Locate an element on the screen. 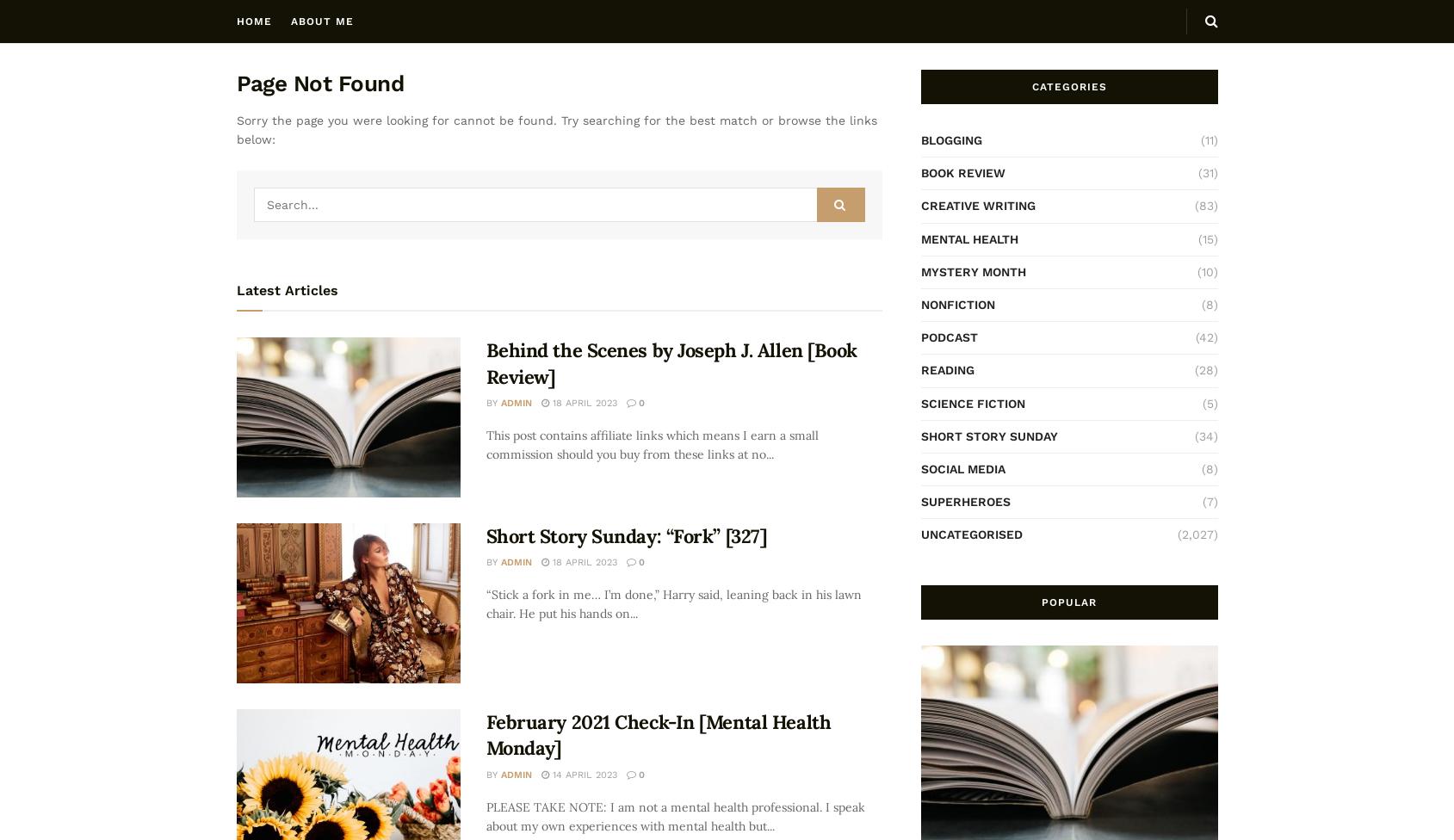 This screenshot has width=1454, height=840. 'Page Not Found' is located at coordinates (234, 83).